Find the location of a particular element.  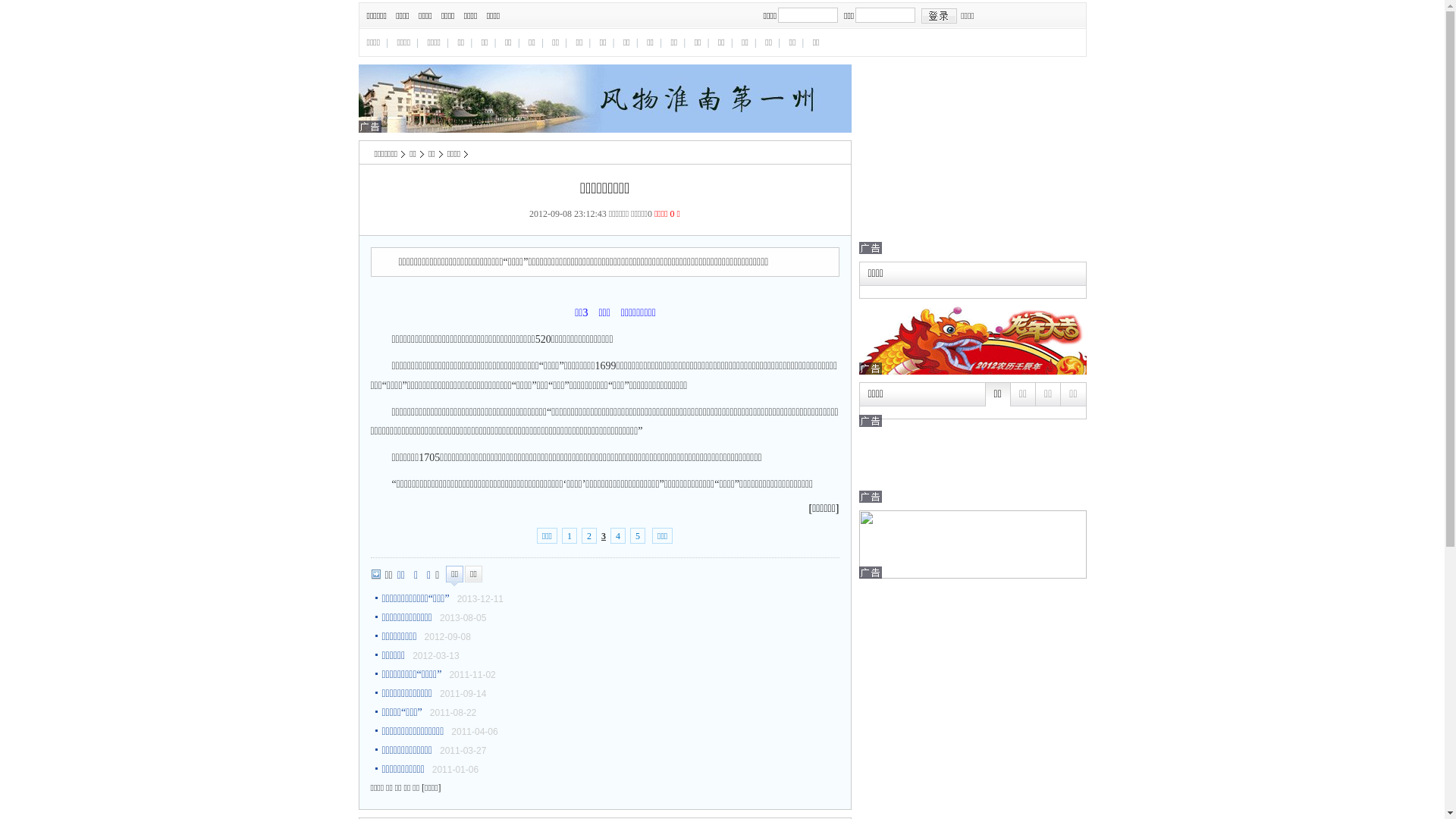

'1' is located at coordinates (568, 535).